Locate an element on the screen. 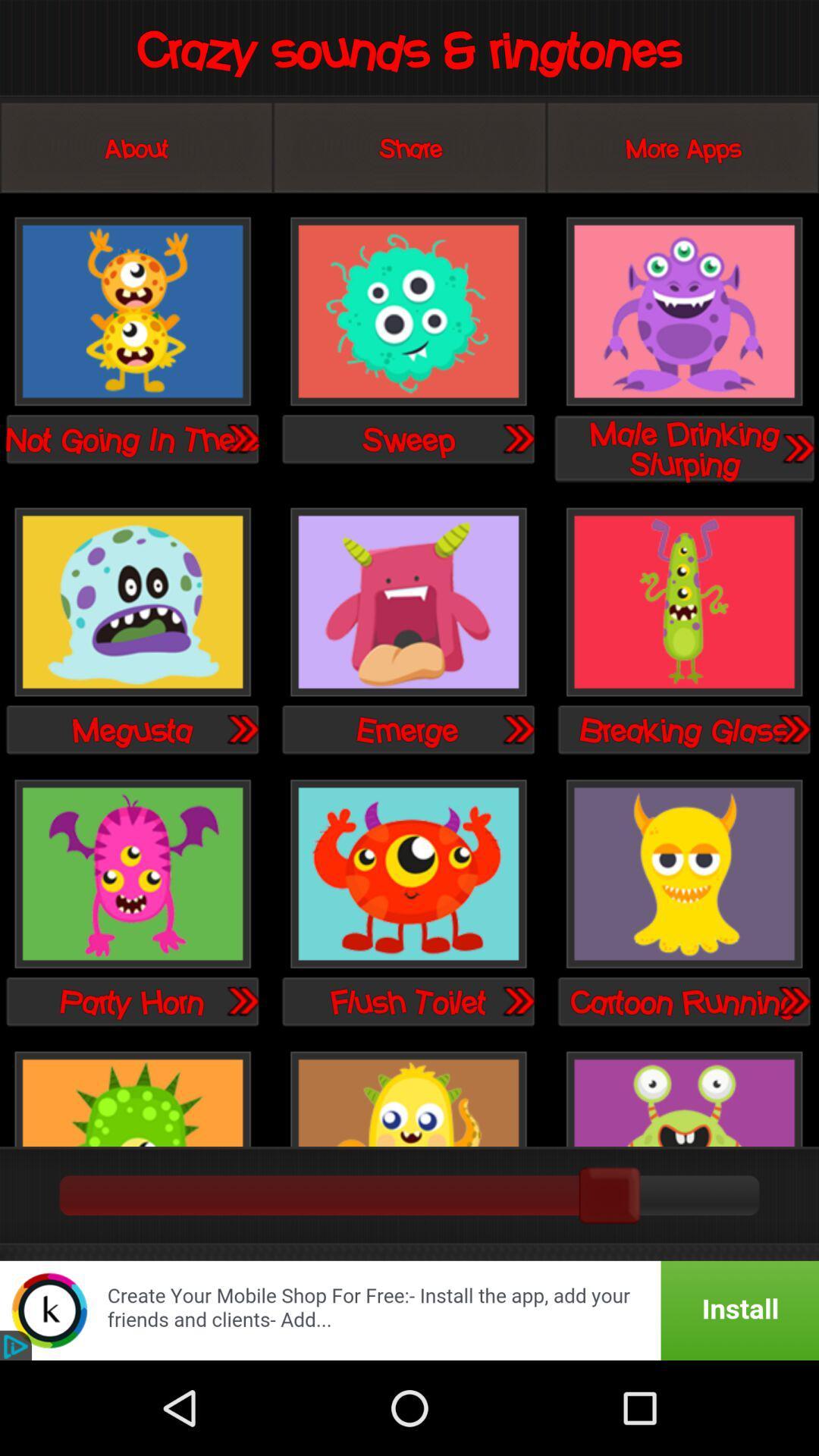  breaking glass sound is located at coordinates (684, 602).